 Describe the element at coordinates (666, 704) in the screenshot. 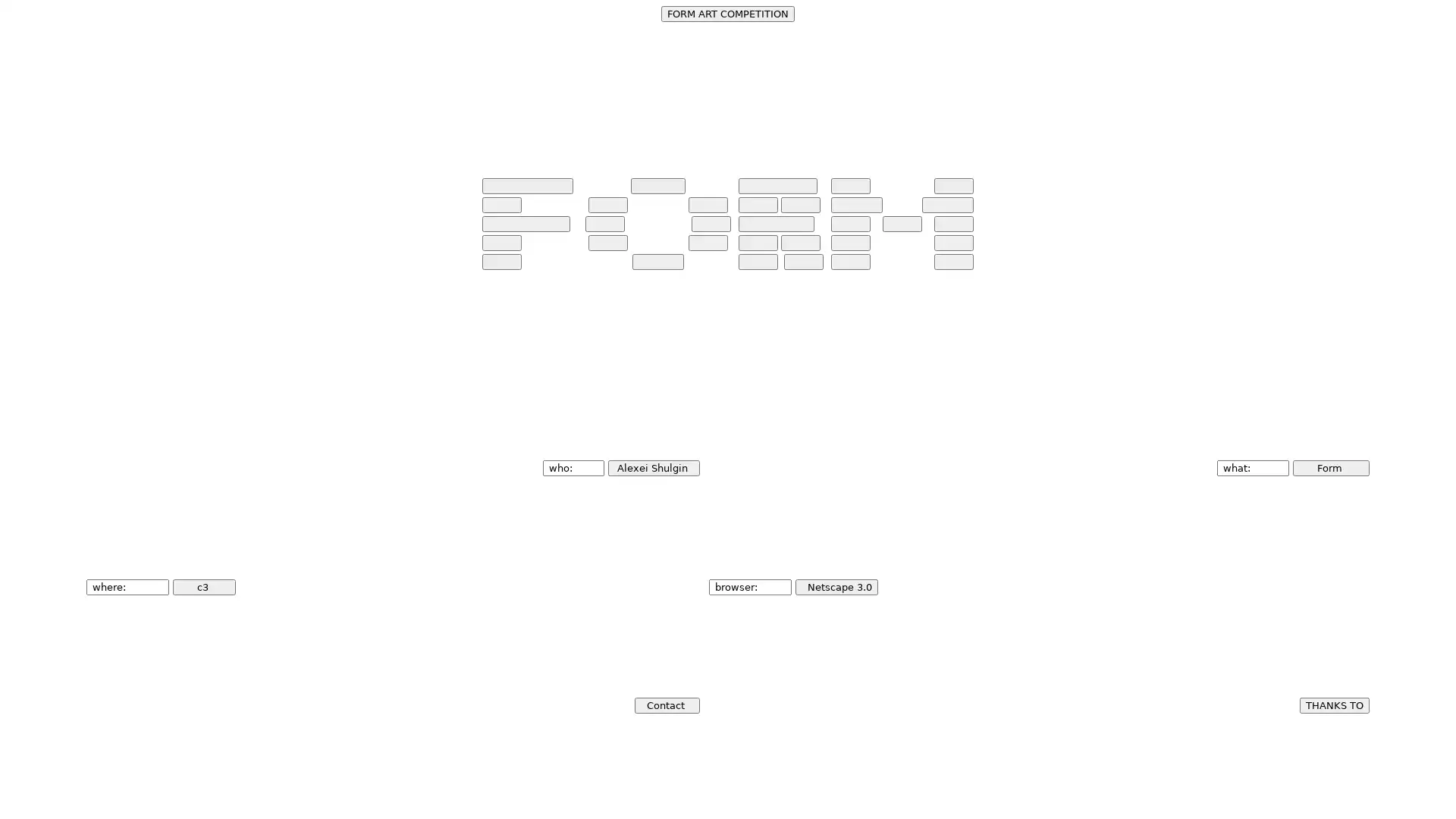

I see `Contact` at that location.